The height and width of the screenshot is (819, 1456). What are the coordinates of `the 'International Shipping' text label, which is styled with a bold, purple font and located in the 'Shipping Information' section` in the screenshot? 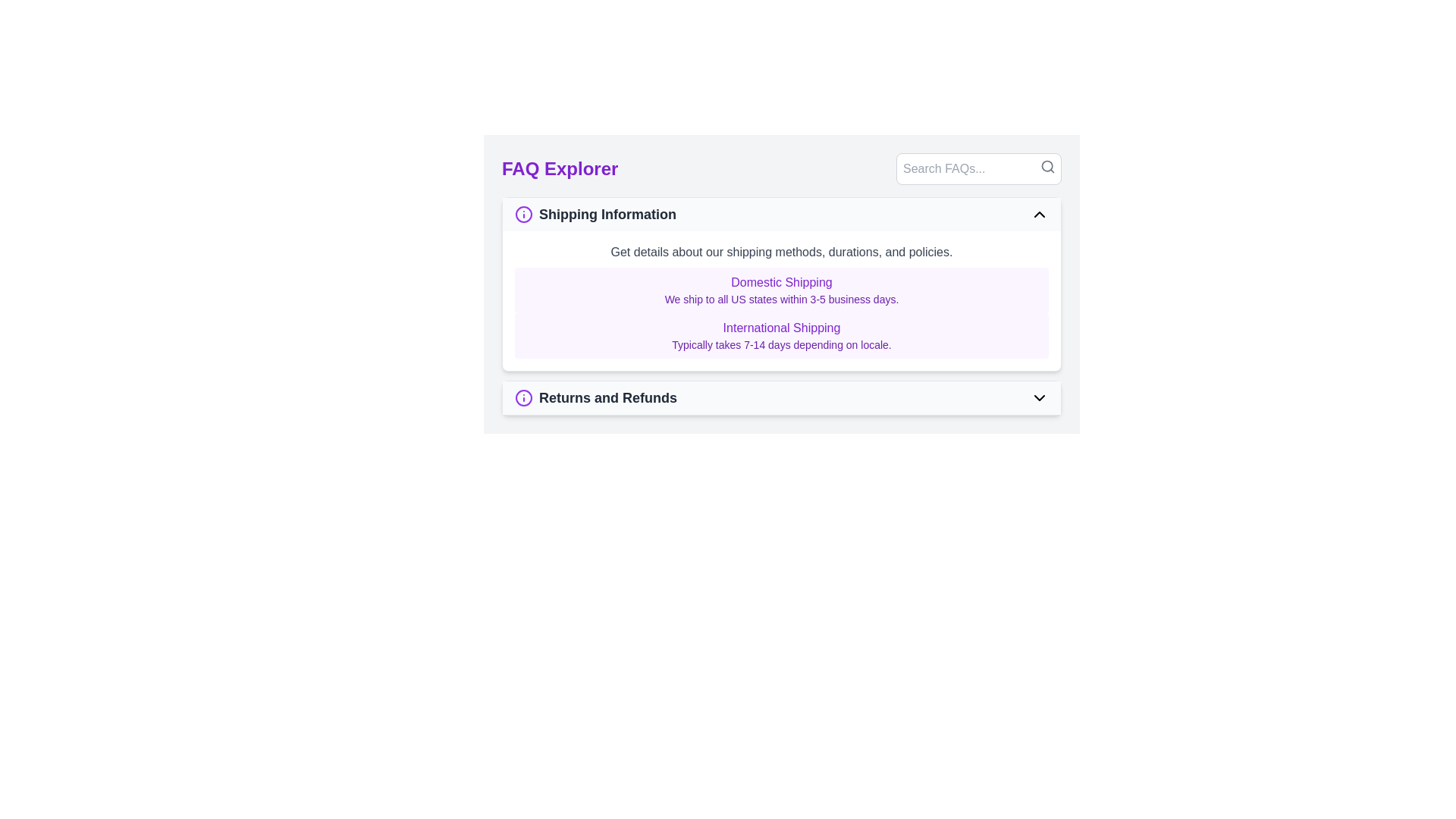 It's located at (782, 327).